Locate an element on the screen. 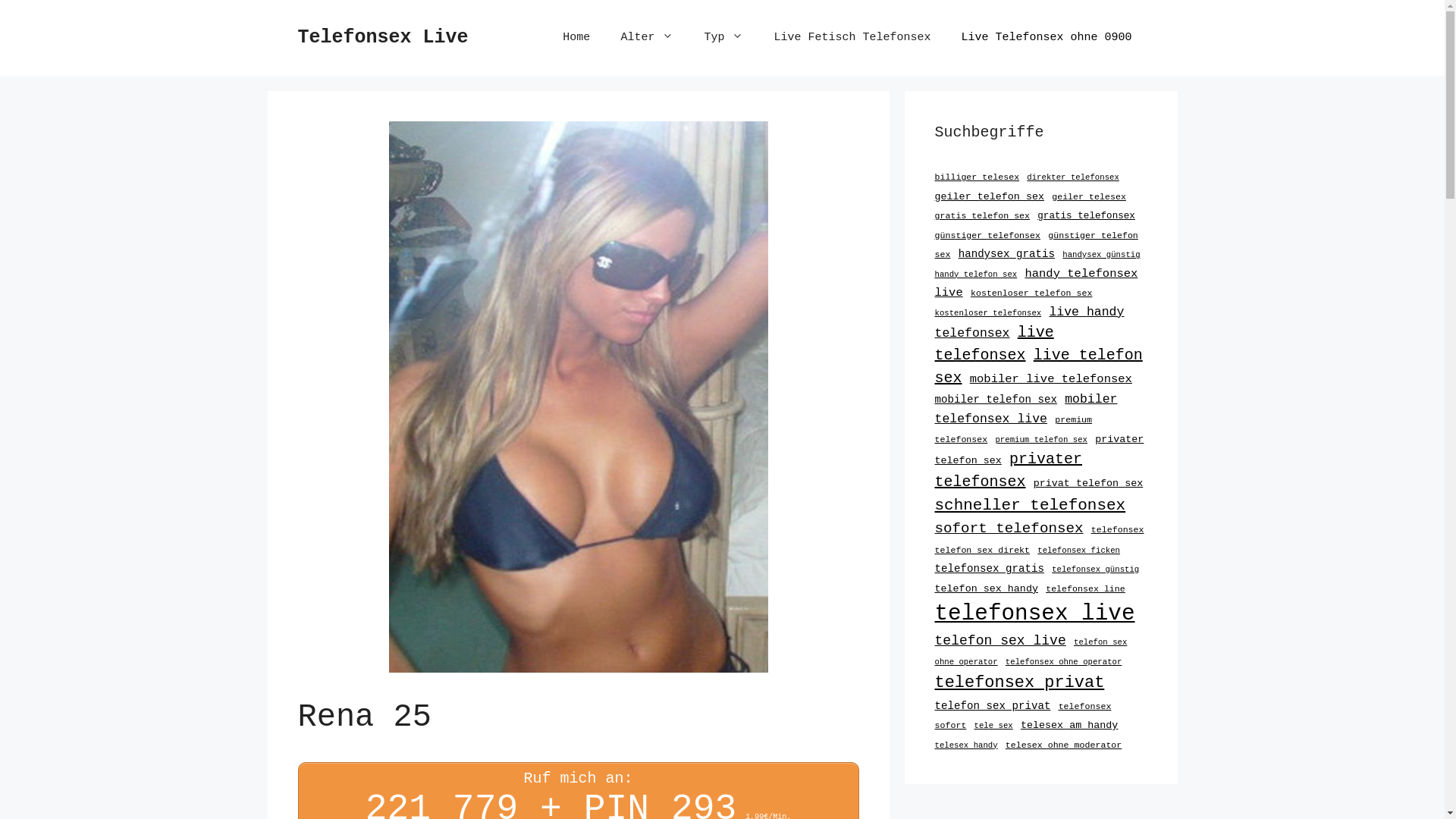 The height and width of the screenshot is (819, 1456). 'gratis telefon sex' is located at coordinates (934, 215).